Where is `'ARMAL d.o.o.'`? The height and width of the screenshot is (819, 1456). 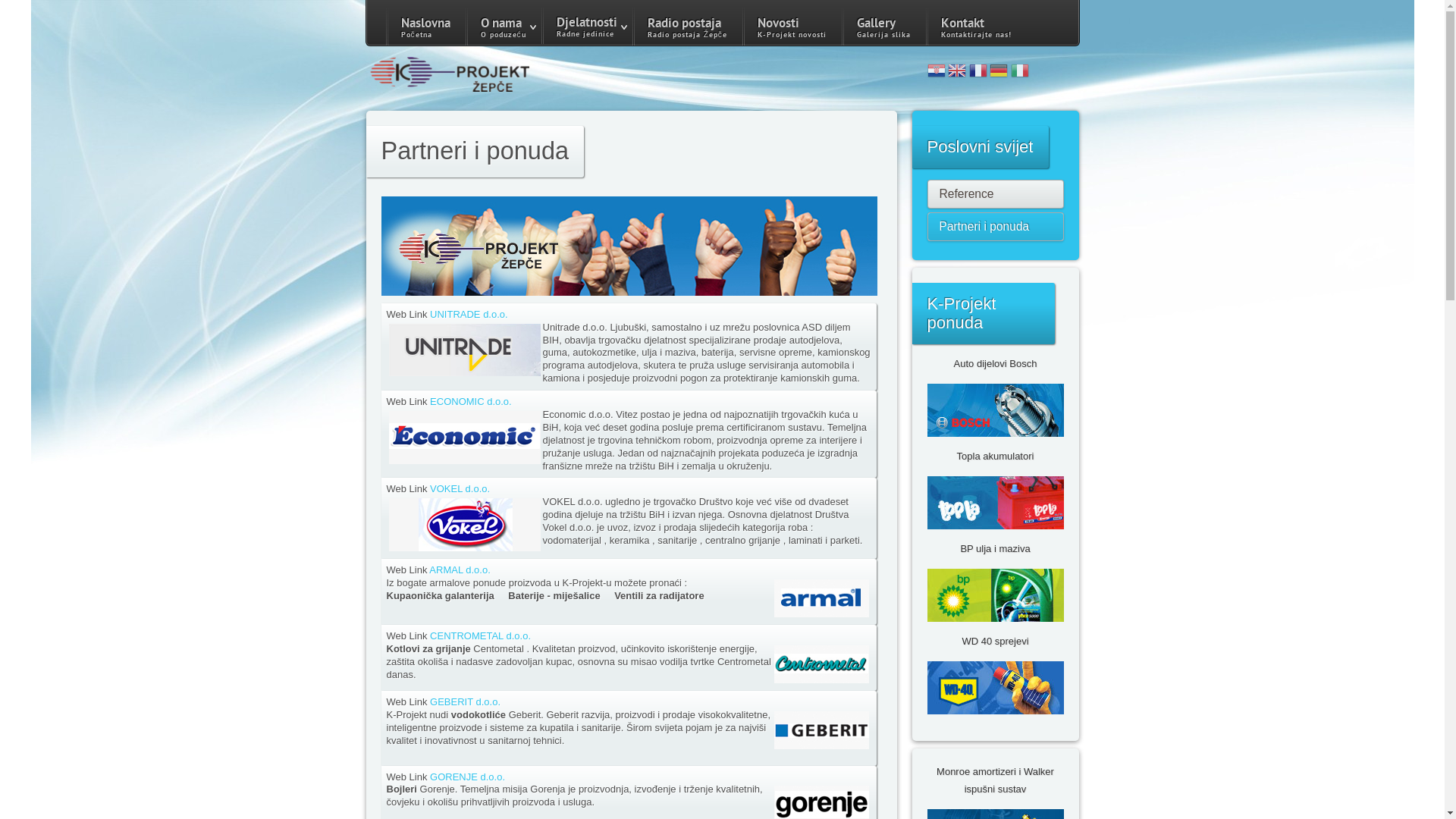
'ARMAL d.o.o.' is located at coordinates (458, 570).